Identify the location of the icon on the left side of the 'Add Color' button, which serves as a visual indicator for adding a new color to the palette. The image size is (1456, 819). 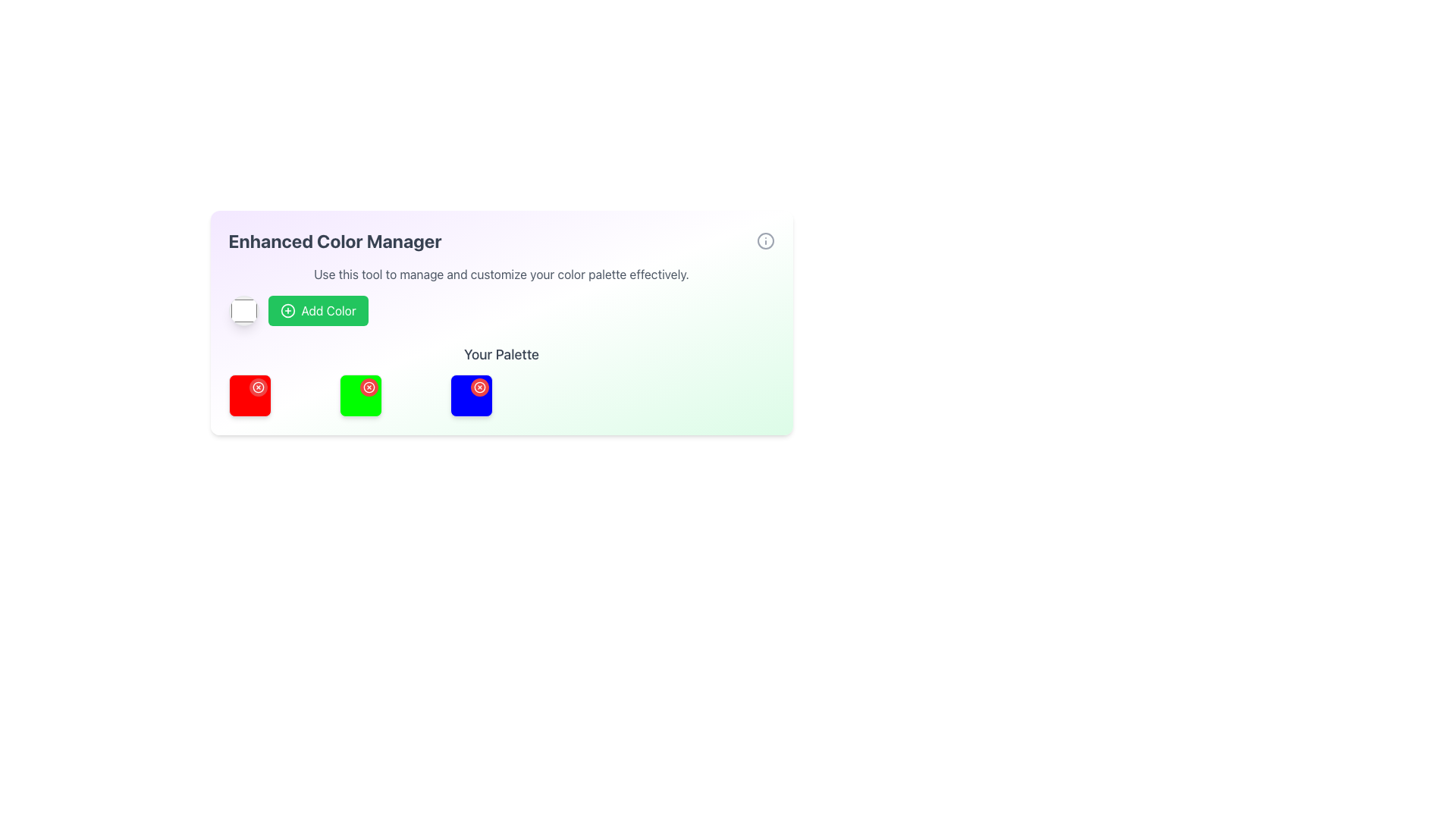
(287, 309).